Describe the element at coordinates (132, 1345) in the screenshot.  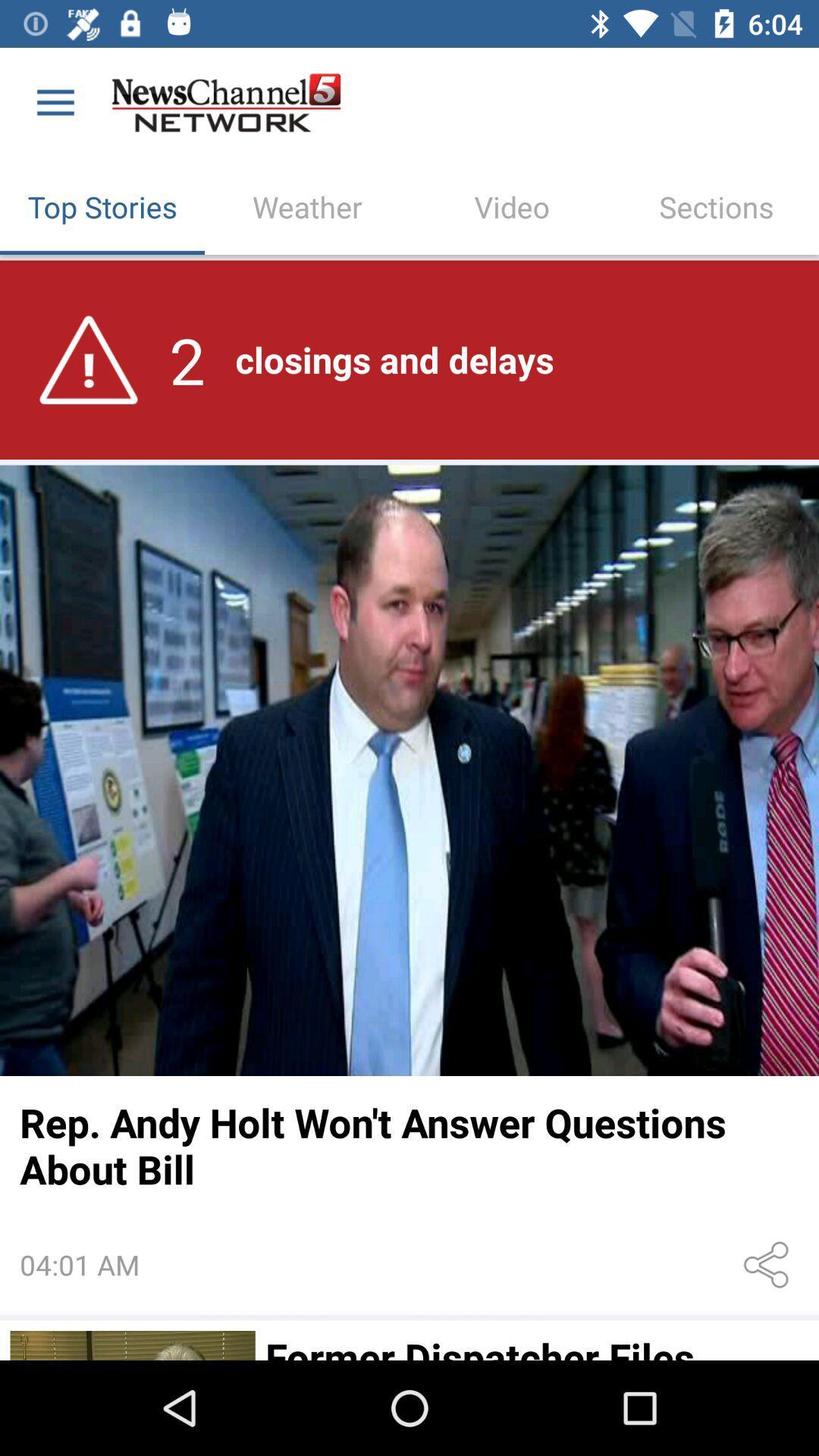
I see `option` at that location.